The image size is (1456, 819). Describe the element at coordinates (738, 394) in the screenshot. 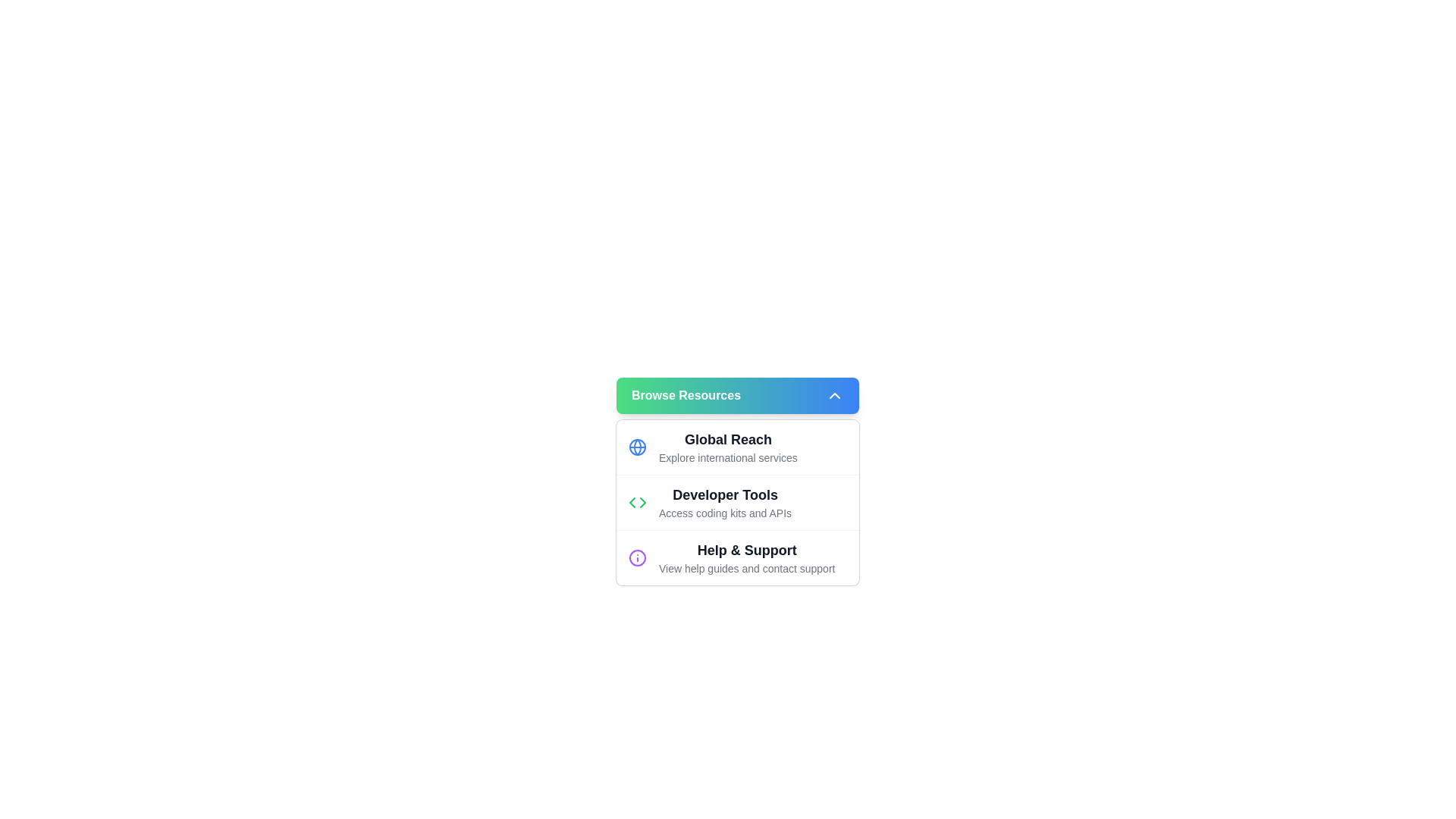

I see `the dropdown button located at the top of the dropdown menu` at that location.